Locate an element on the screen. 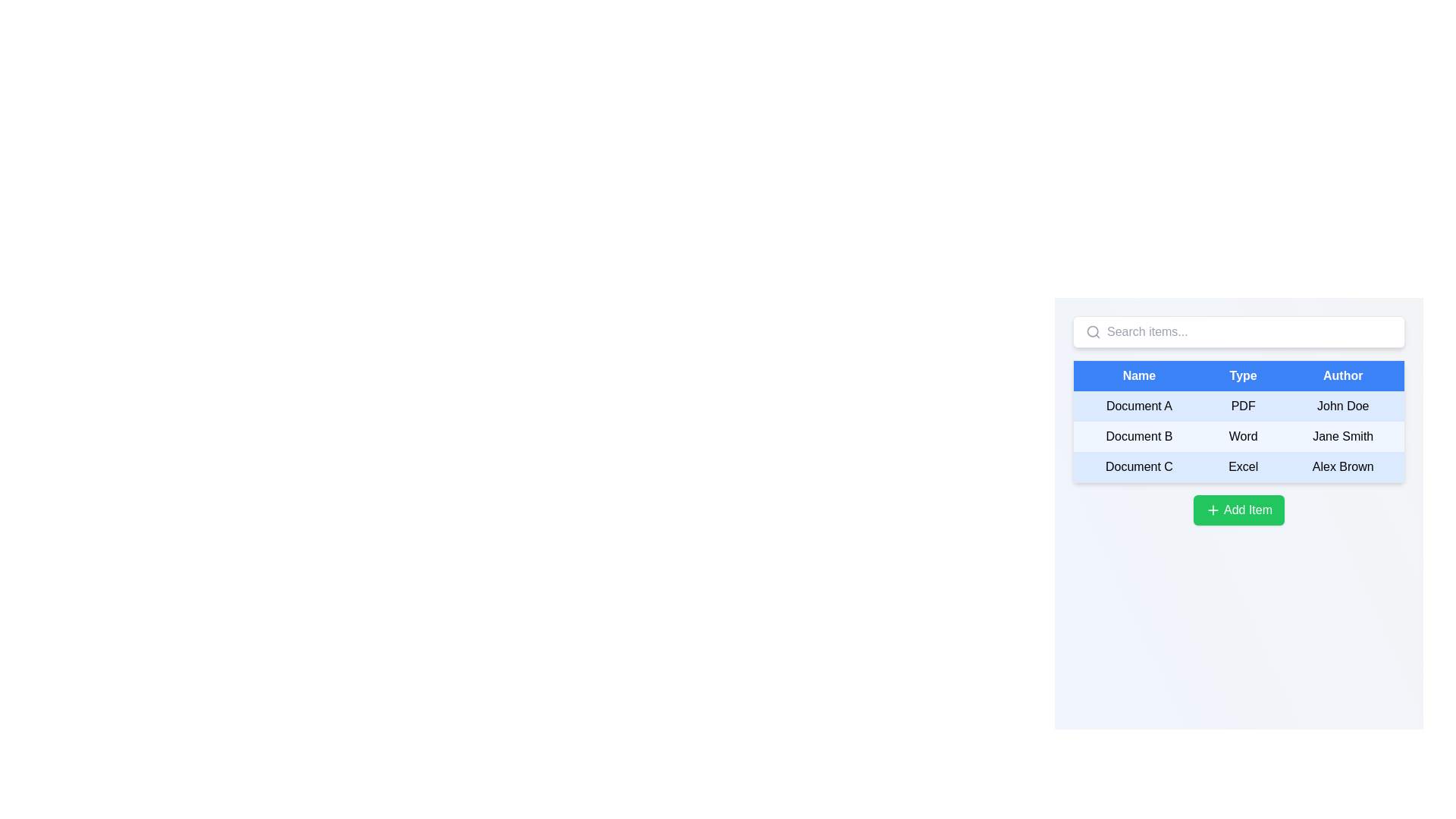 This screenshot has height=819, width=1456. the text label displaying 'Type' in bold white font, which is centered within a blue background and positioned between the labels 'Name' and 'Author' at the top of the table is located at coordinates (1243, 375).